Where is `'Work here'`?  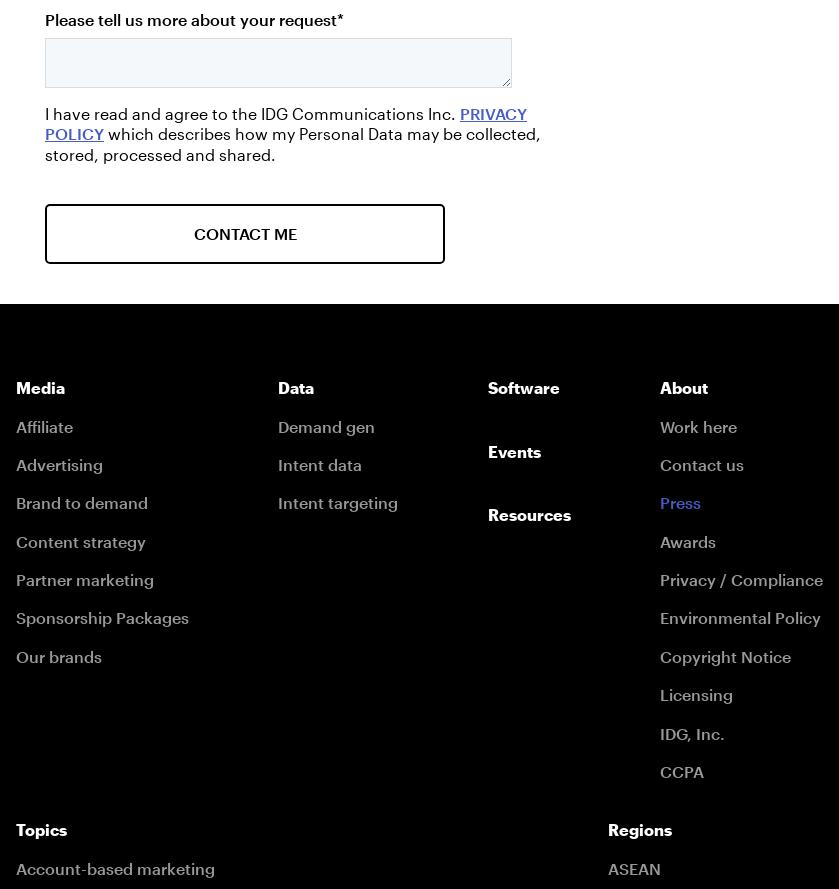 'Work here' is located at coordinates (658, 425).